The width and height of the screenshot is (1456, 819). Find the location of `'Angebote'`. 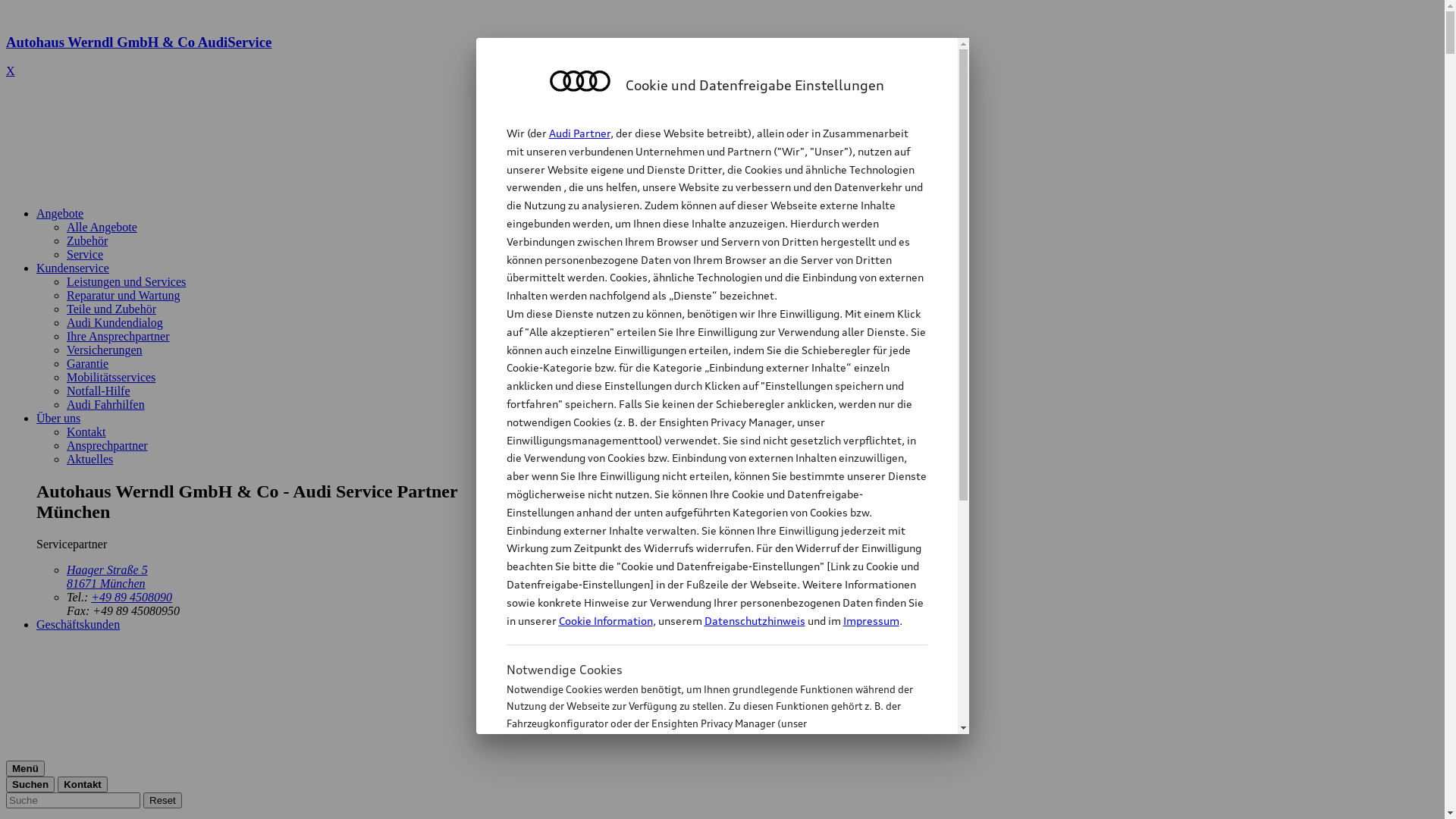

'Angebote' is located at coordinates (59, 213).